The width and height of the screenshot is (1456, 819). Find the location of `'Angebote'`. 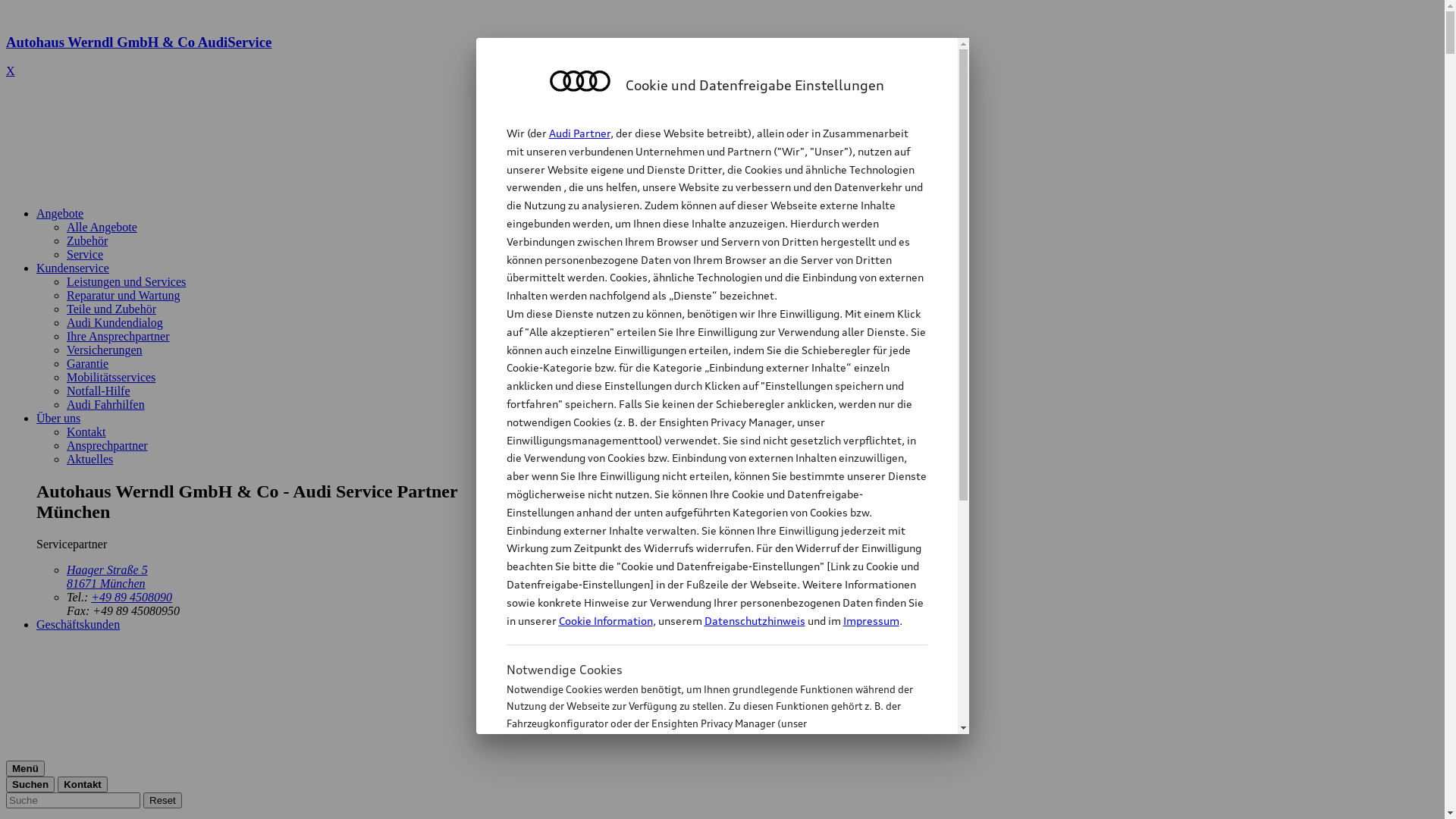

'Angebote' is located at coordinates (59, 213).